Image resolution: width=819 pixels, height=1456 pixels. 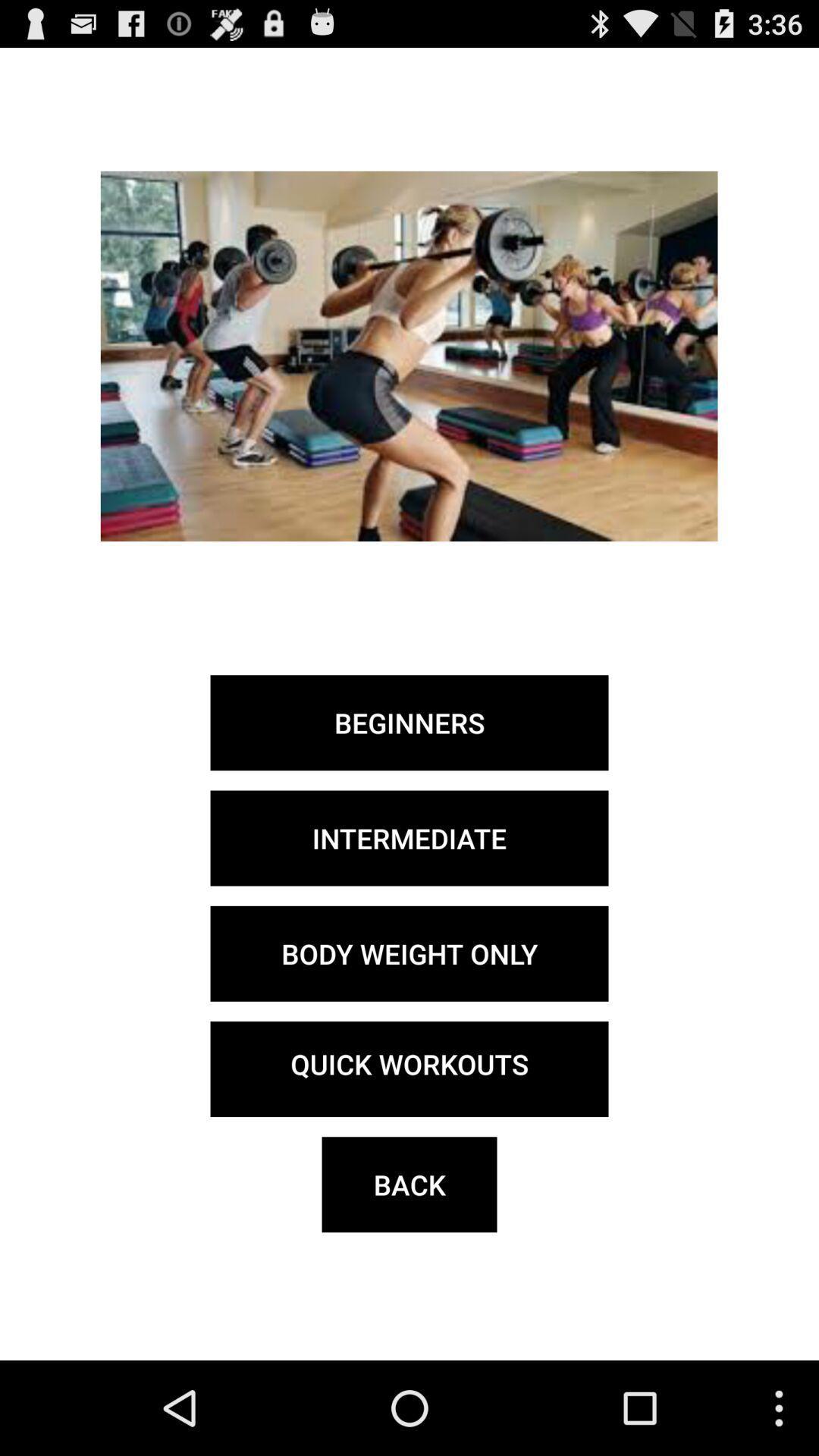 I want to click on the button below the quick workouts item, so click(x=409, y=1184).